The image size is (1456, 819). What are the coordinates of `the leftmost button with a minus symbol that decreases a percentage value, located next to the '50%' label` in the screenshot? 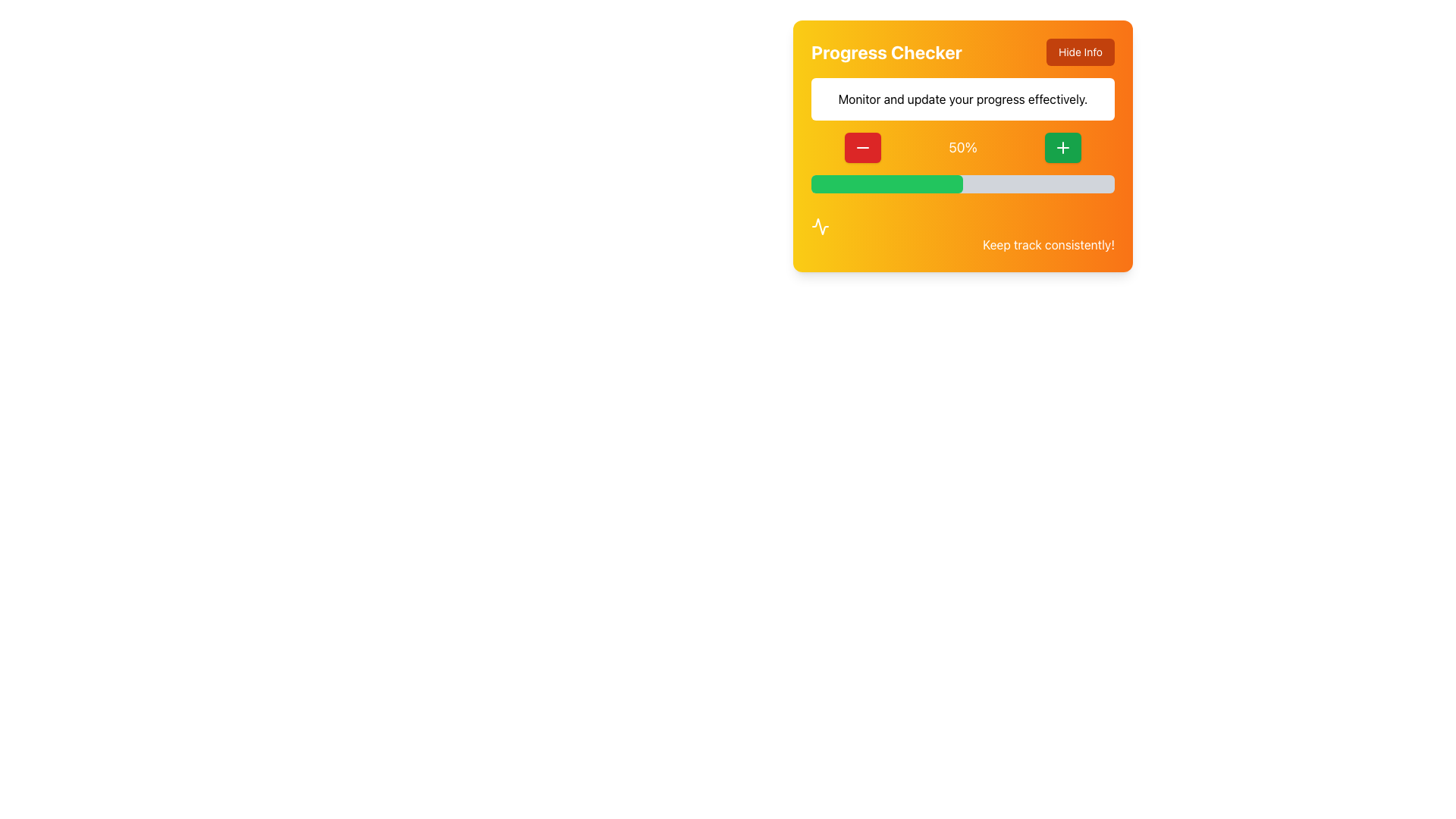 It's located at (863, 148).